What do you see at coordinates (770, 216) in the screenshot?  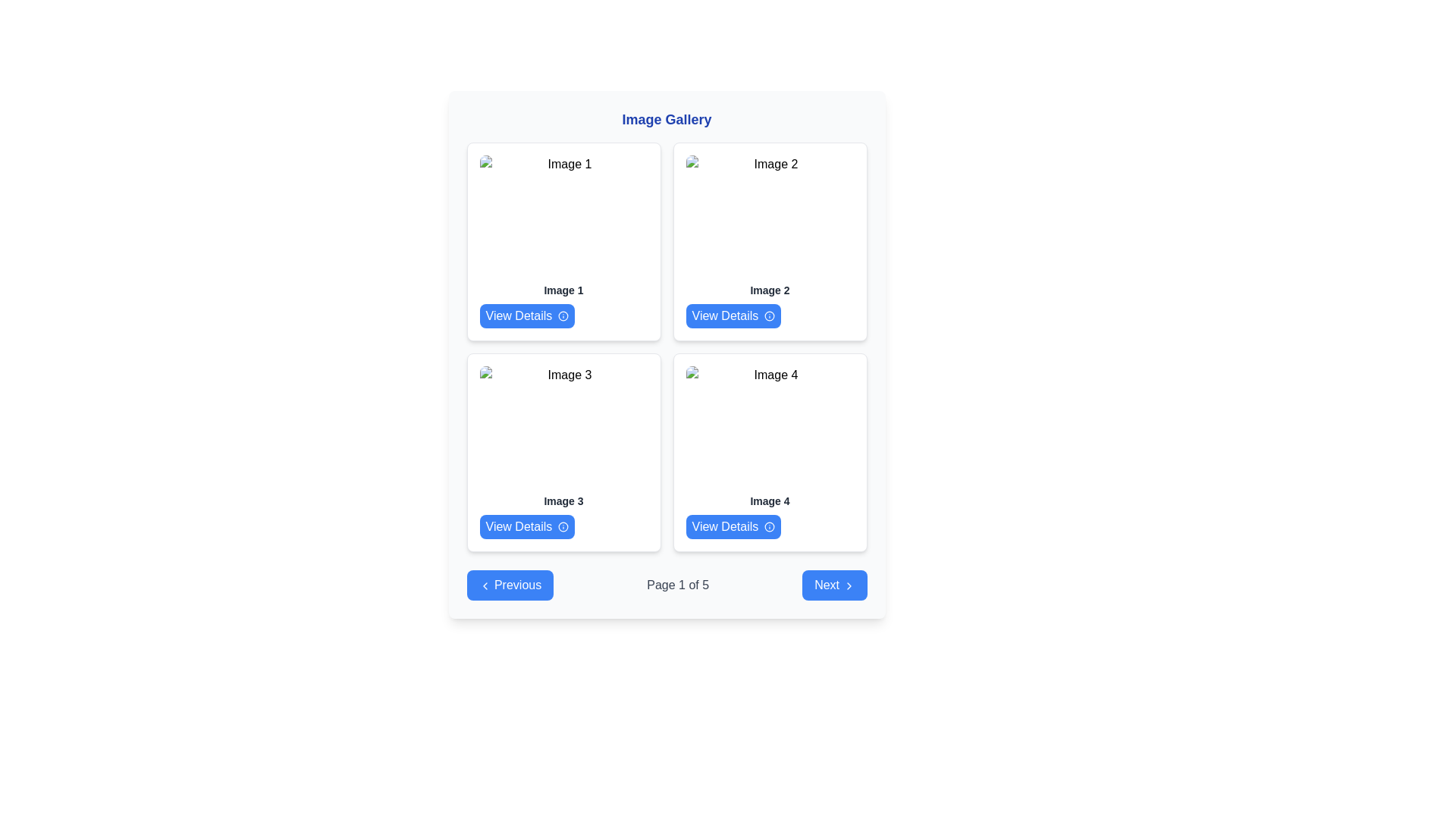 I see `the image with rounded corners located in the second card of the first row in the image gallery` at bounding box center [770, 216].